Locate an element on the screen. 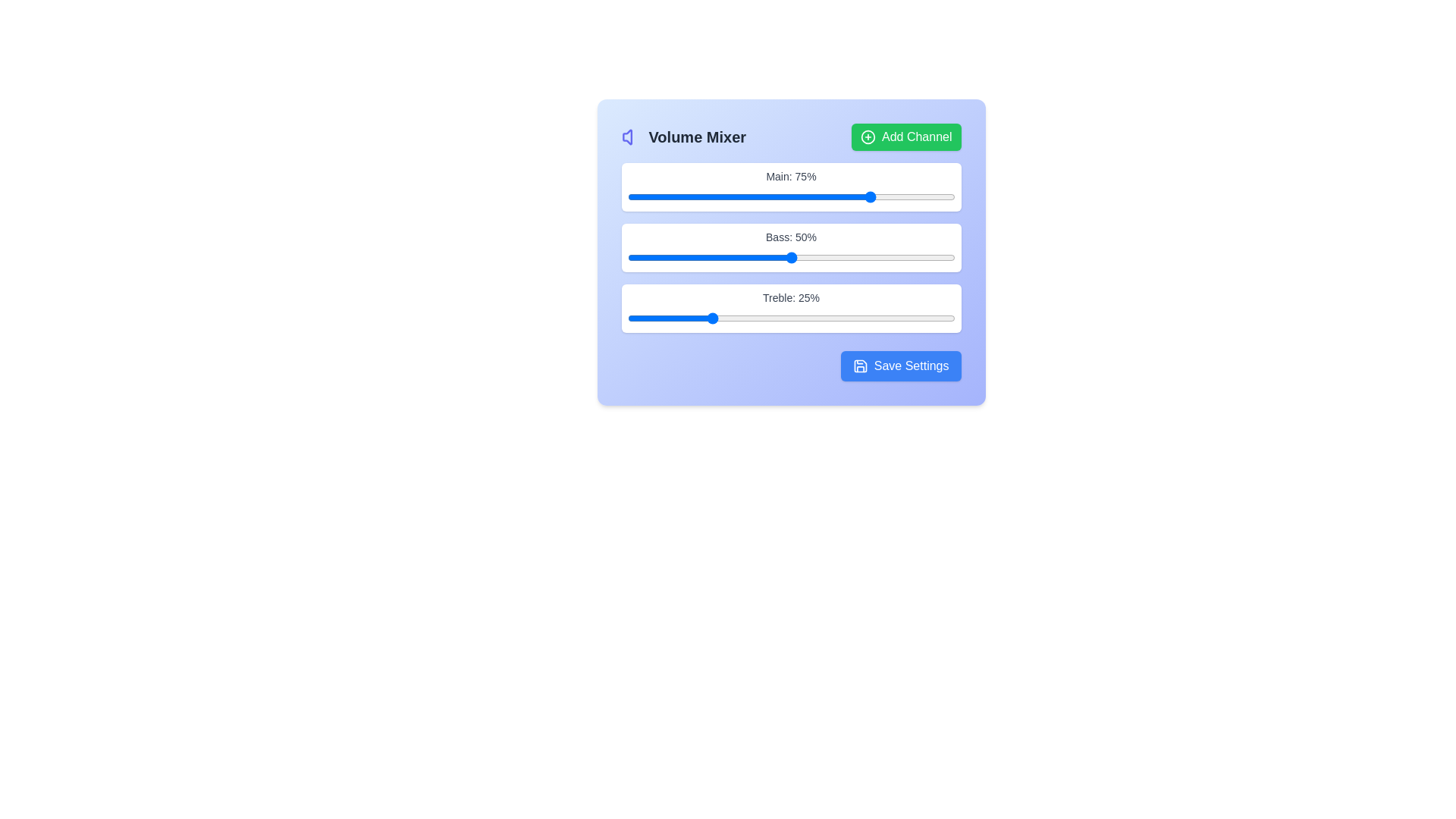 The width and height of the screenshot is (1456, 819). the main volume is located at coordinates (669, 196).